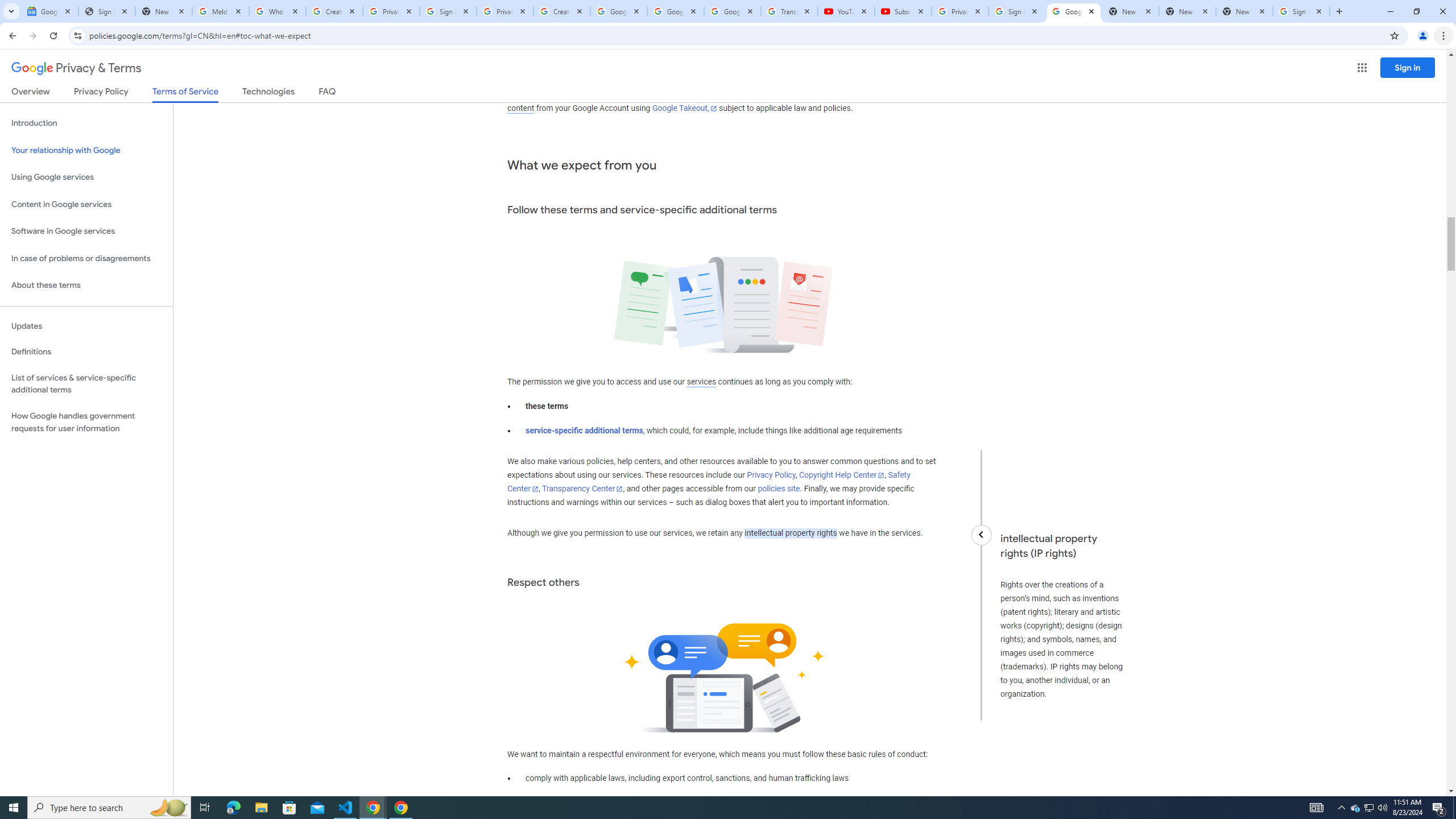 The height and width of the screenshot is (819, 1456). What do you see at coordinates (708, 481) in the screenshot?
I see `'Safety Center'` at bounding box center [708, 481].